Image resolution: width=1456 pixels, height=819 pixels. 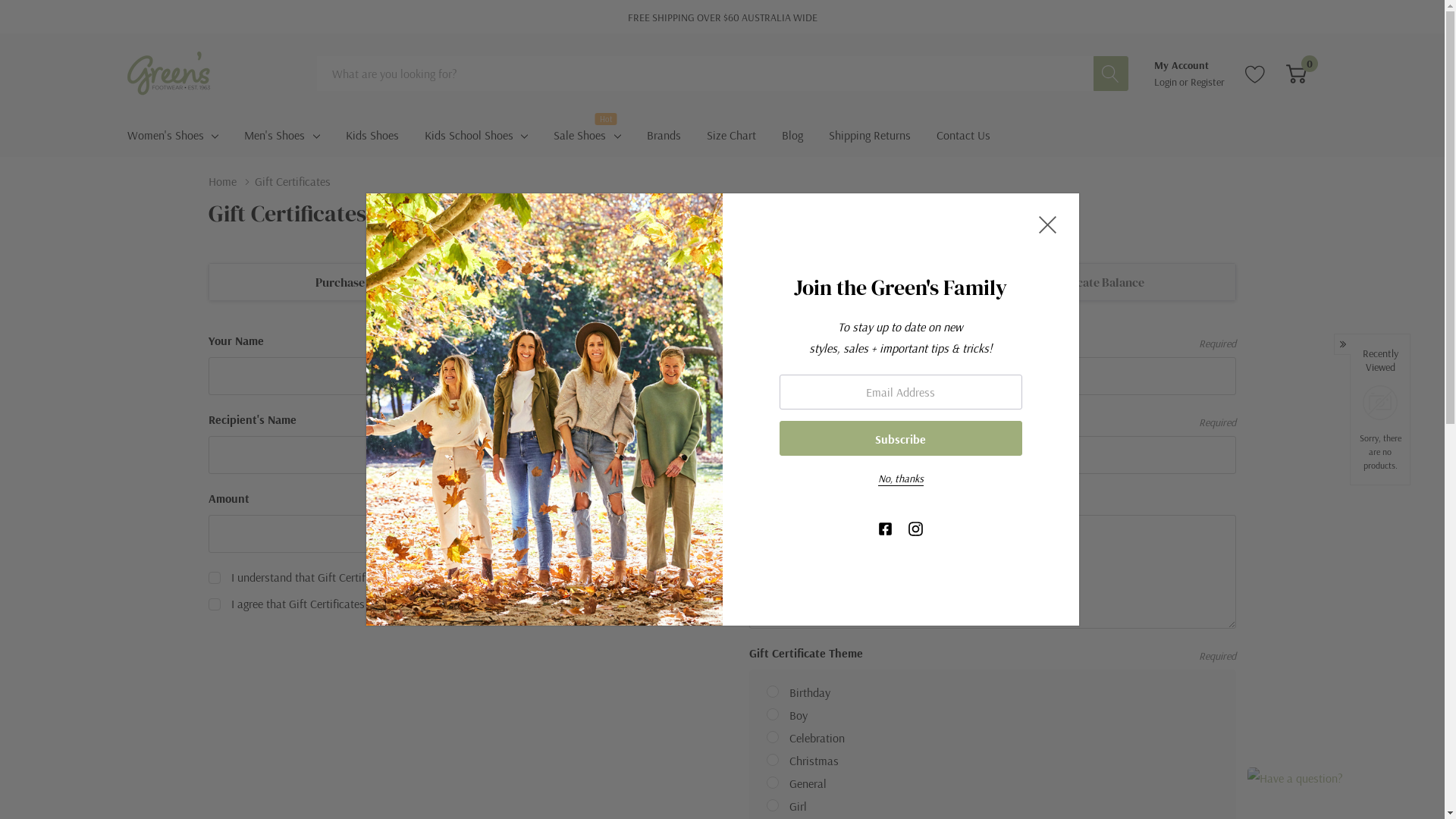 What do you see at coordinates (1295, 73) in the screenshot?
I see `'0'` at bounding box center [1295, 73].